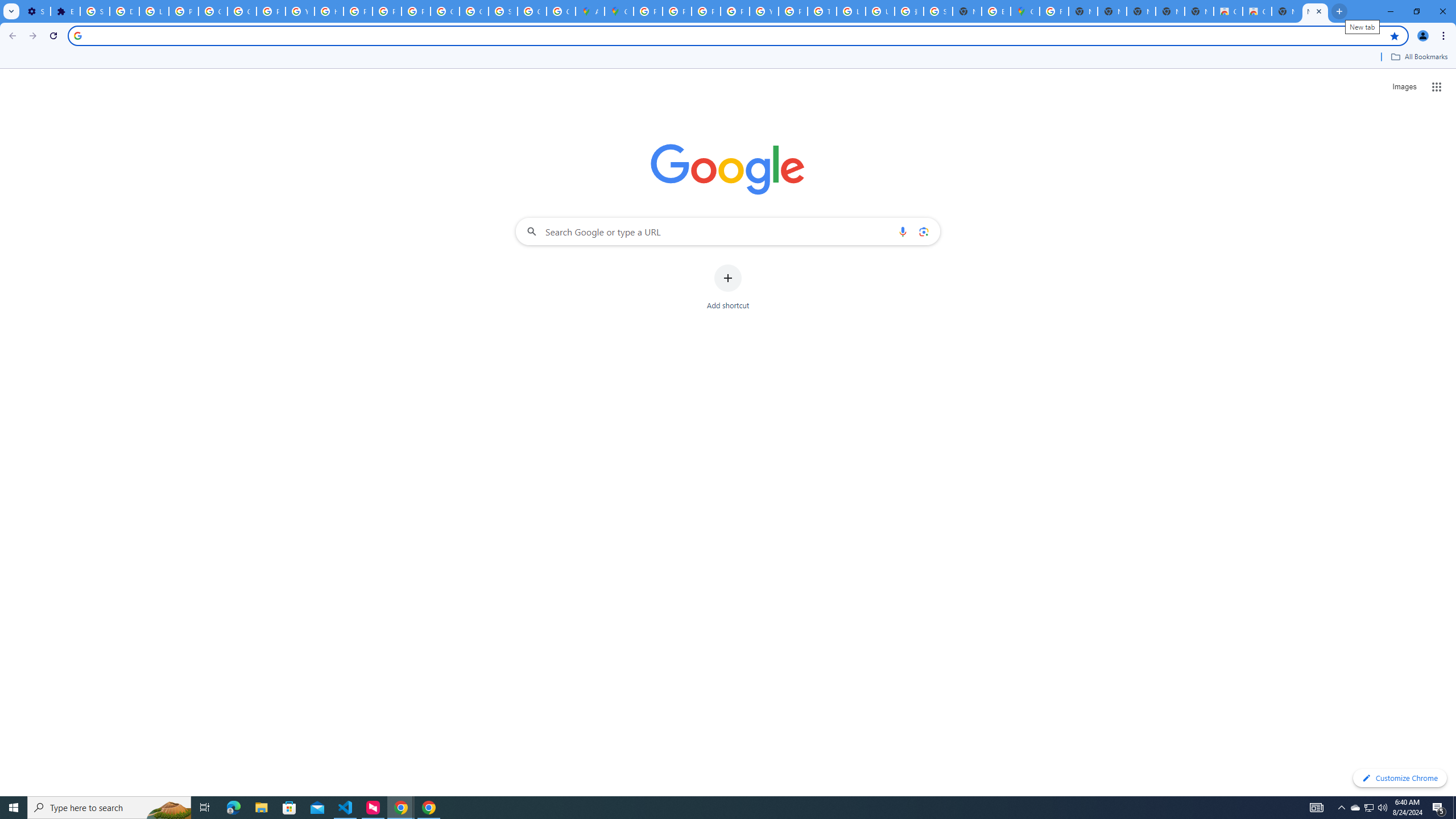  Describe the element at coordinates (648, 11) in the screenshot. I see `'Policy Accountability and Transparency - Transparency Center'` at that location.